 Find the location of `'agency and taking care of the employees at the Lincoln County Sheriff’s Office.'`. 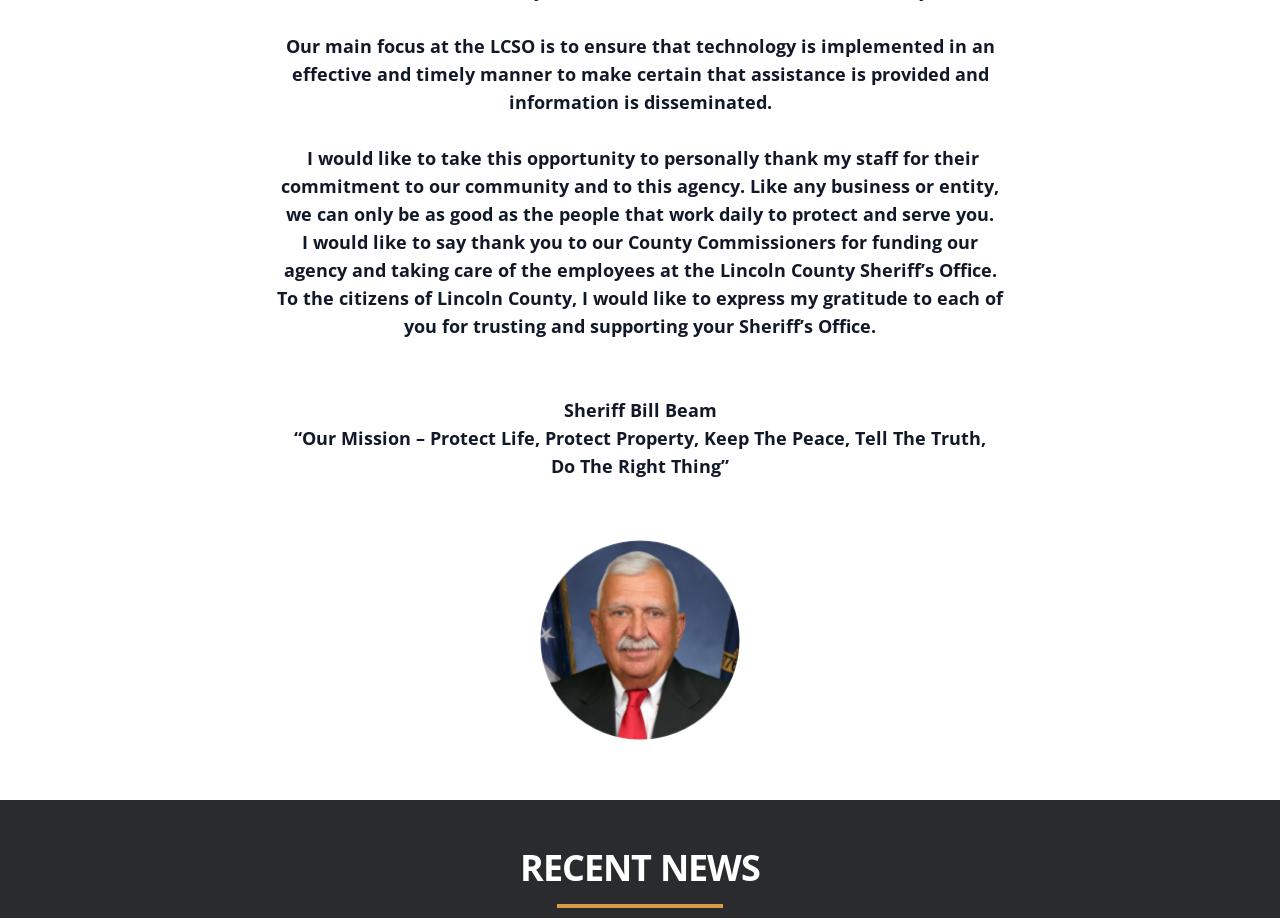

'agency and taking care of the employees at the Lincoln County Sheriff’s Office.' is located at coordinates (638, 267).